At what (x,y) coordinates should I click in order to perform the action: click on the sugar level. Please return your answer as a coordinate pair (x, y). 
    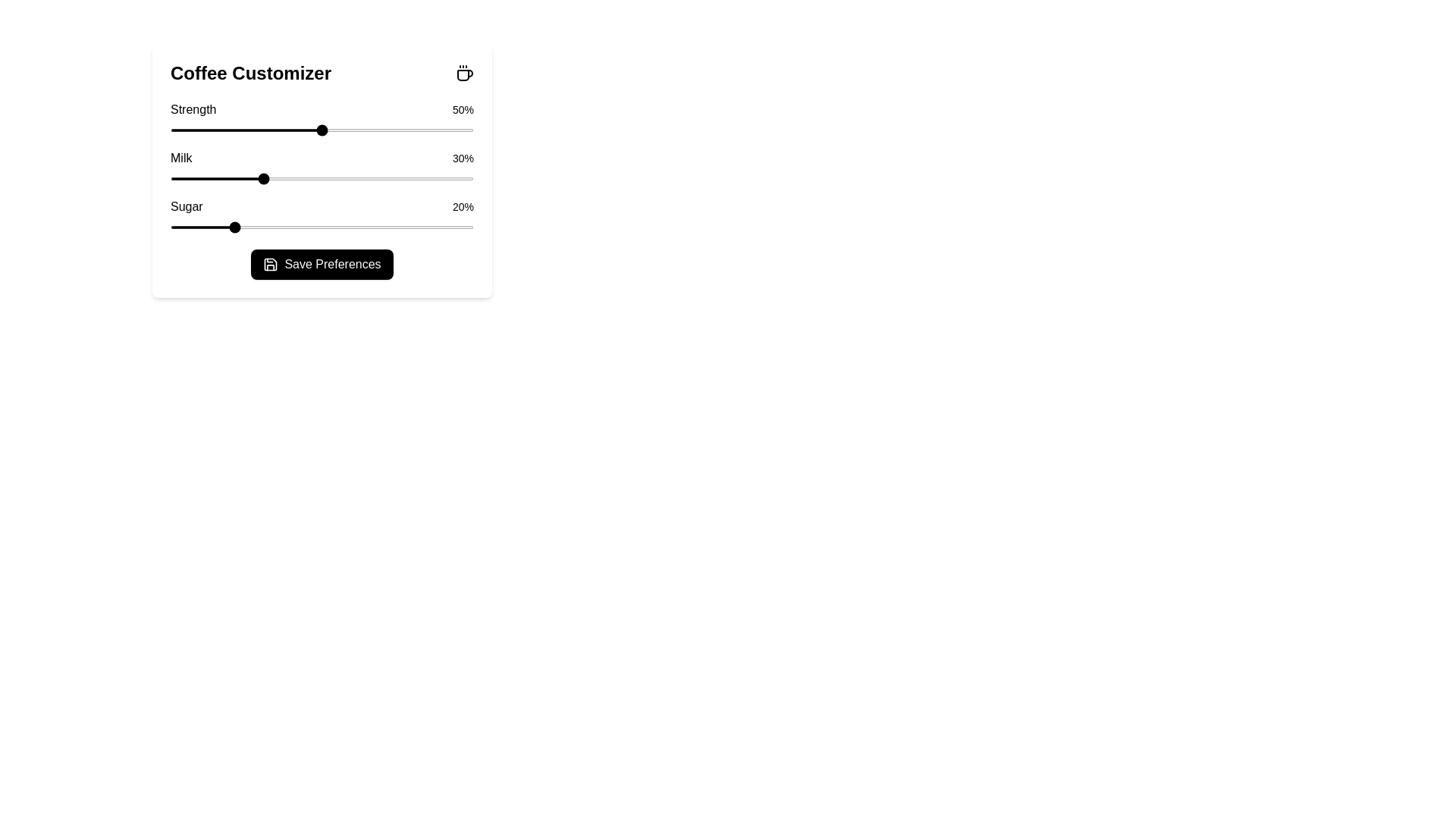
    Looking at the image, I should click on (239, 227).